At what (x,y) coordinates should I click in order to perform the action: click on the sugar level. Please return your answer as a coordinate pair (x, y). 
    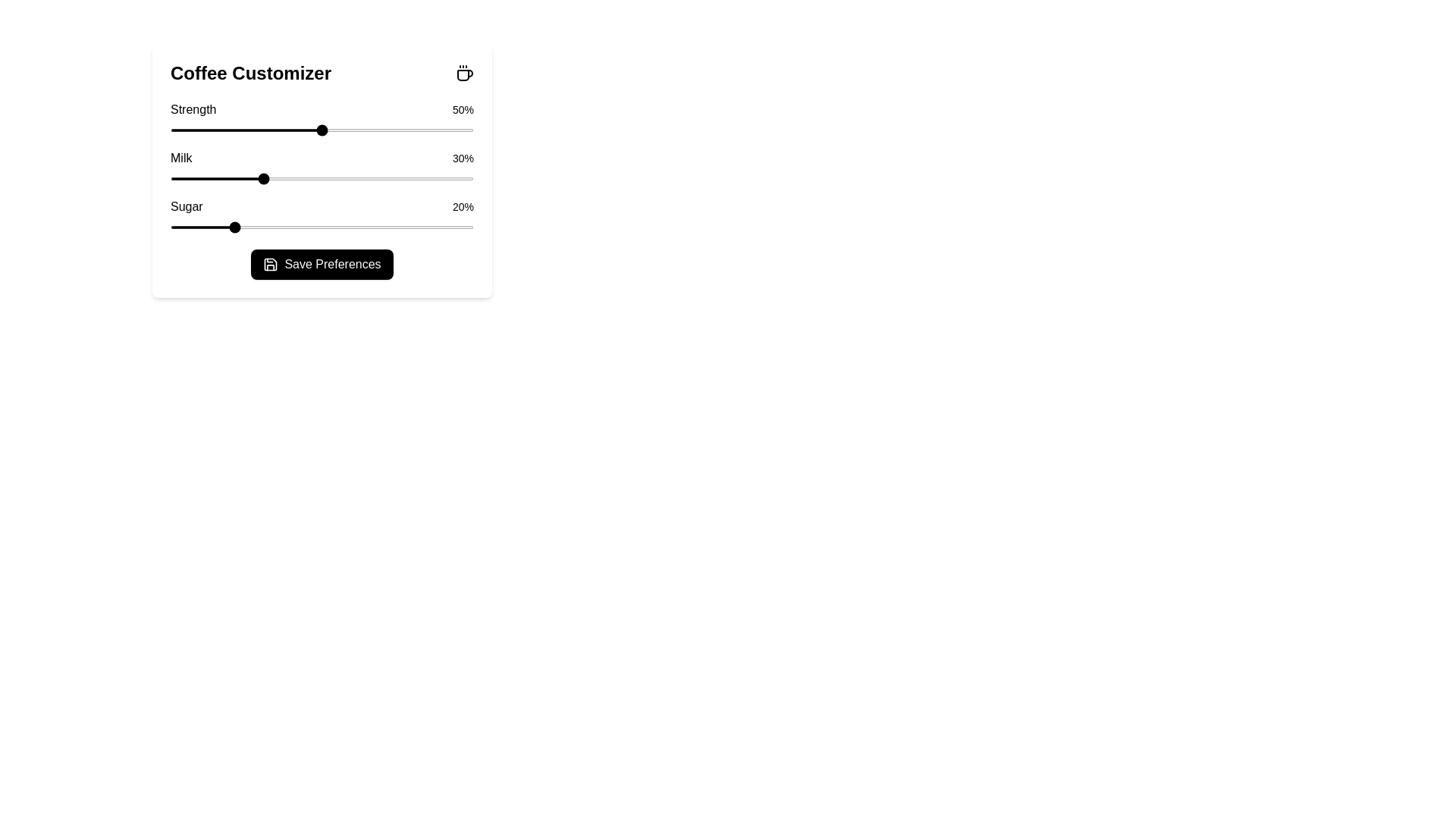
    Looking at the image, I should click on (239, 227).